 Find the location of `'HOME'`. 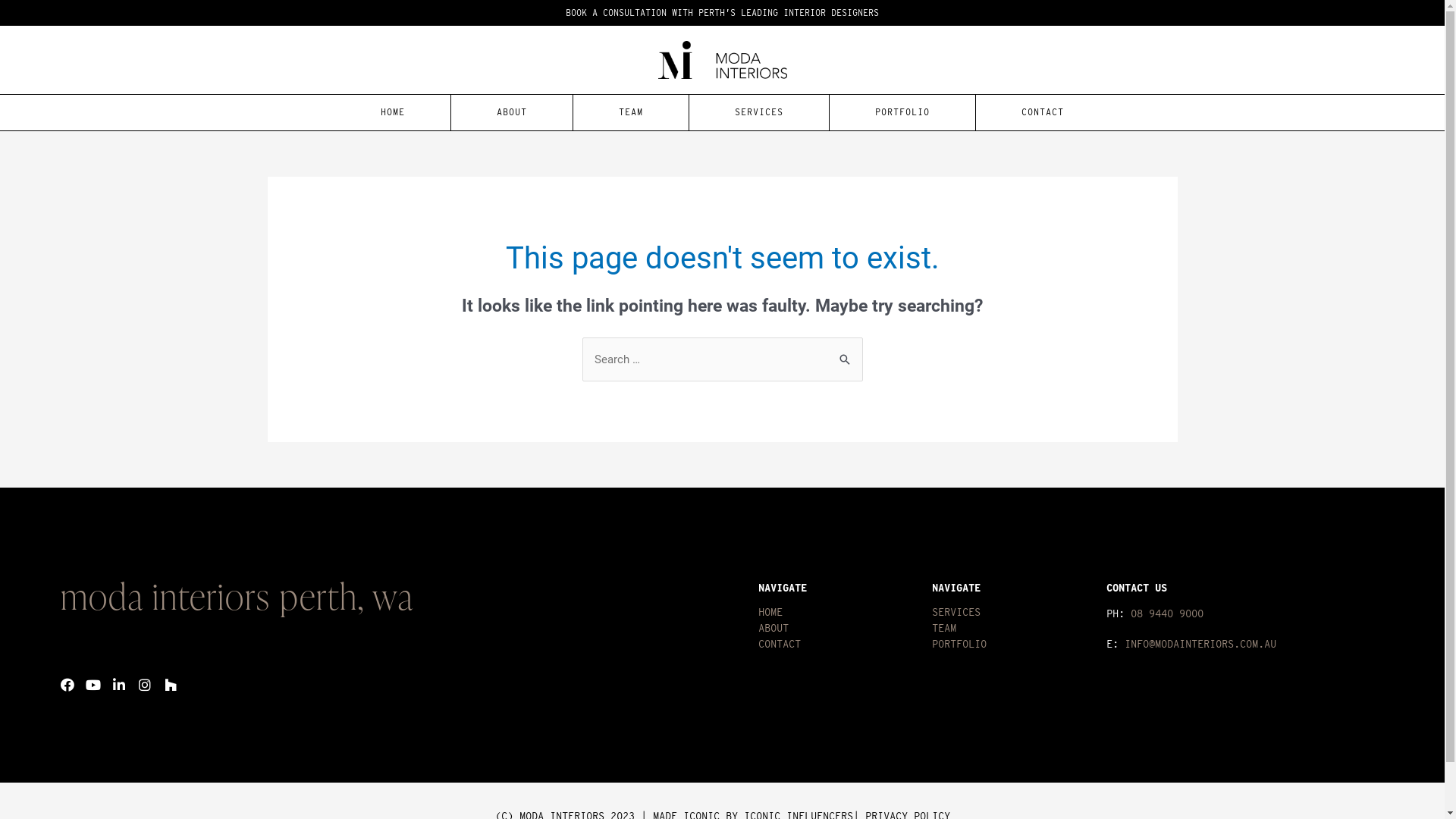

'HOME' is located at coordinates (393, 111).